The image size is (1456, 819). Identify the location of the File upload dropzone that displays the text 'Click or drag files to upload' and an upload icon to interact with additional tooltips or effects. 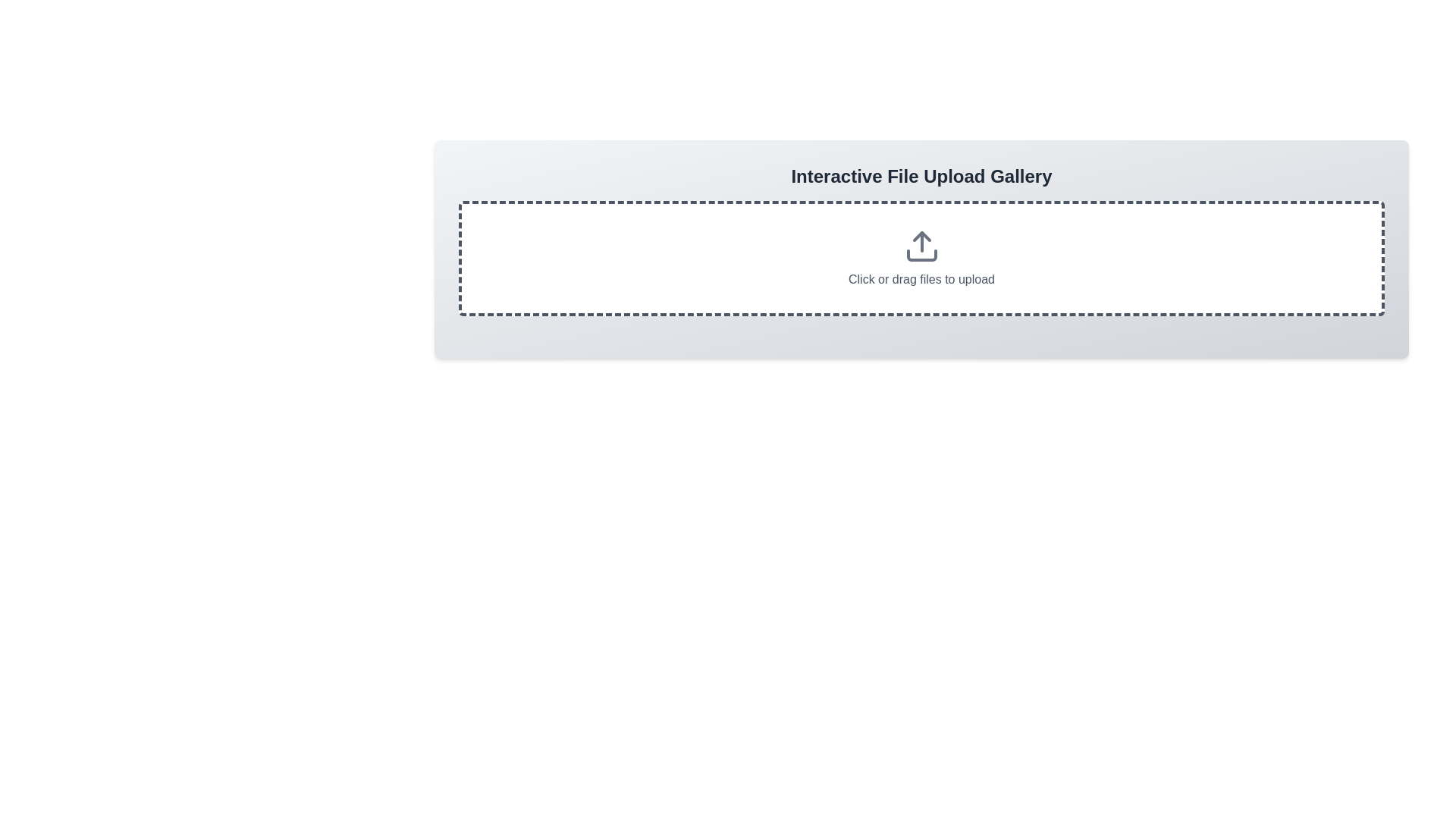
(921, 257).